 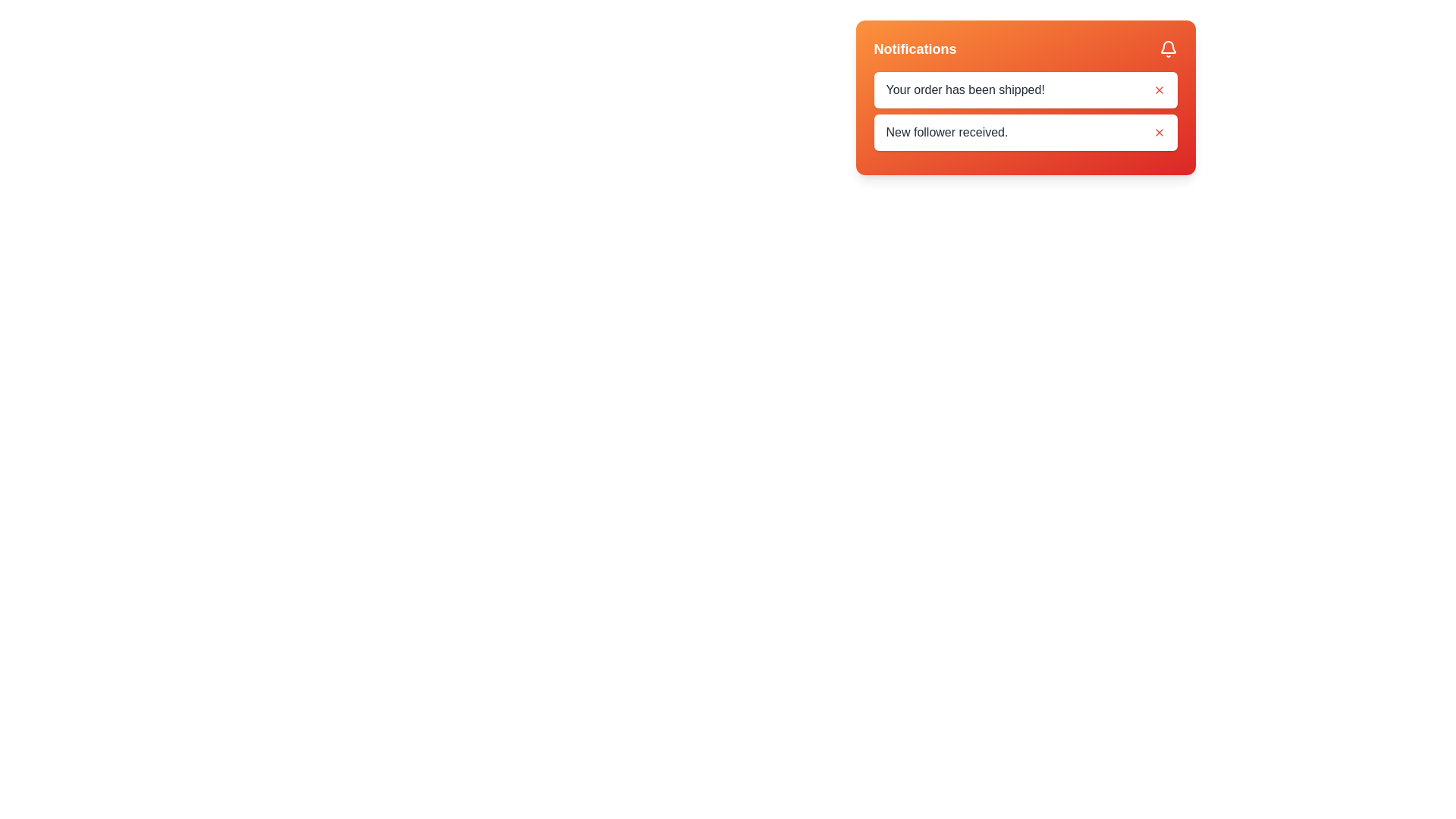 I want to click on the notification bell icon located in the upper-right corner of the notification header bar, which is styled in white against a vibrant background, so click(x=1167, y=49).